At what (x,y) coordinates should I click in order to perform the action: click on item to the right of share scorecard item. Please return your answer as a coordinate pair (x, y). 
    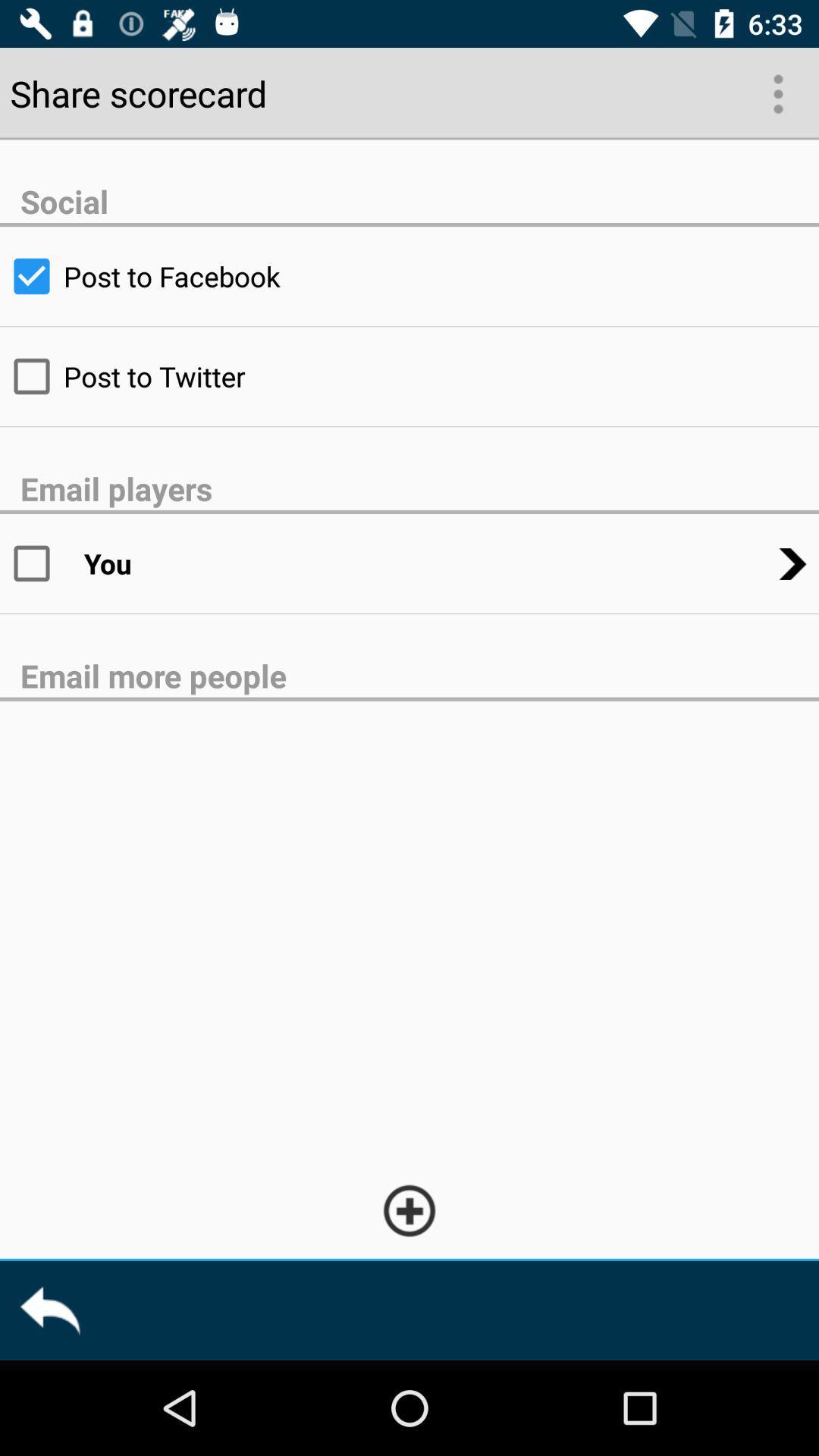
    Looking at the image, I should click on (777, 92).